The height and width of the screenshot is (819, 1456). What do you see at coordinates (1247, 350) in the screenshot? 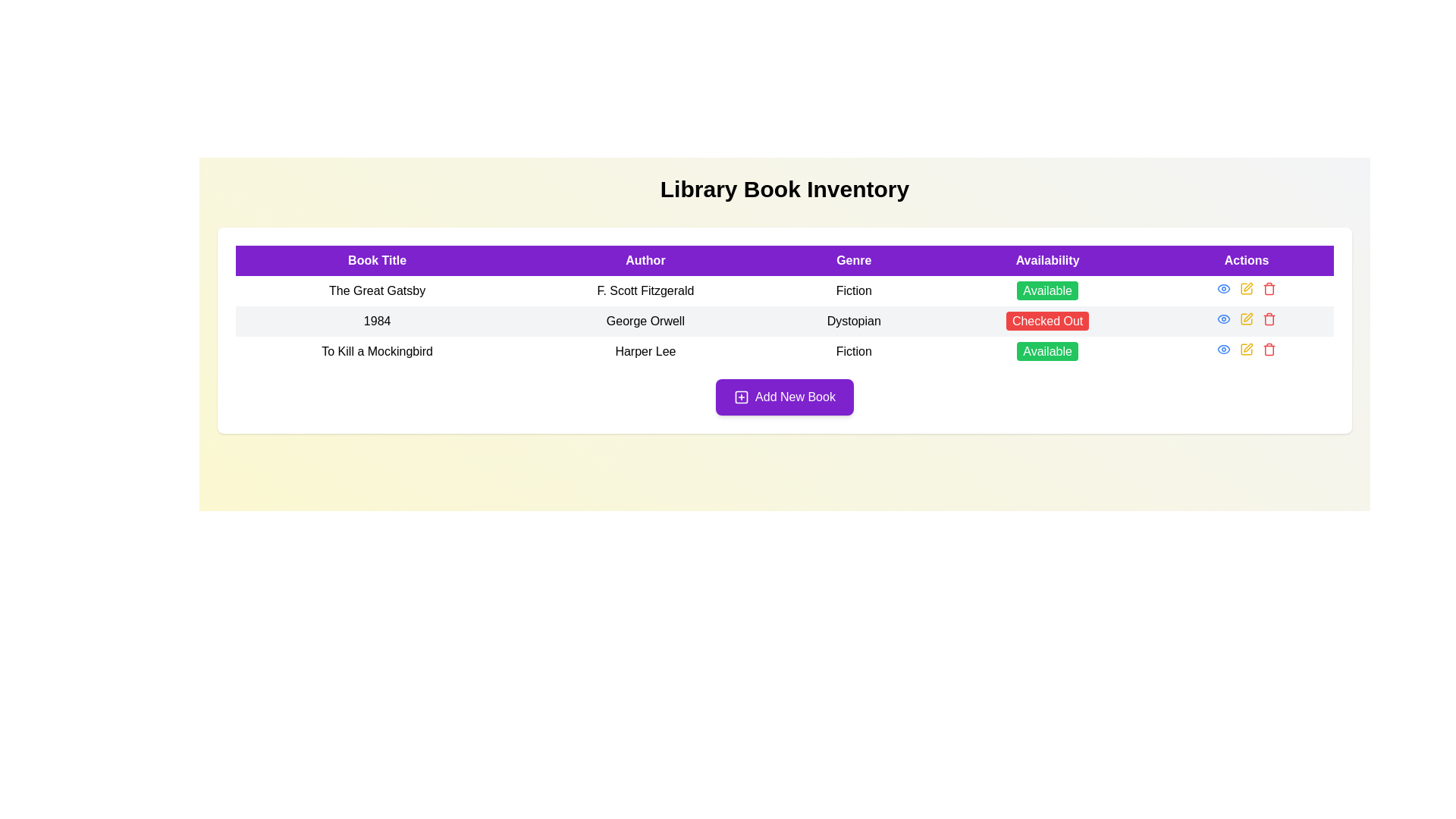
I see `the edit button for the row corresponding to 'To Kill a Mockingbird', which is the second action icon in the 'Actions' column, located between the blue 'view' icon and the red 'delete' icon` at bounding box center [1247, 350].